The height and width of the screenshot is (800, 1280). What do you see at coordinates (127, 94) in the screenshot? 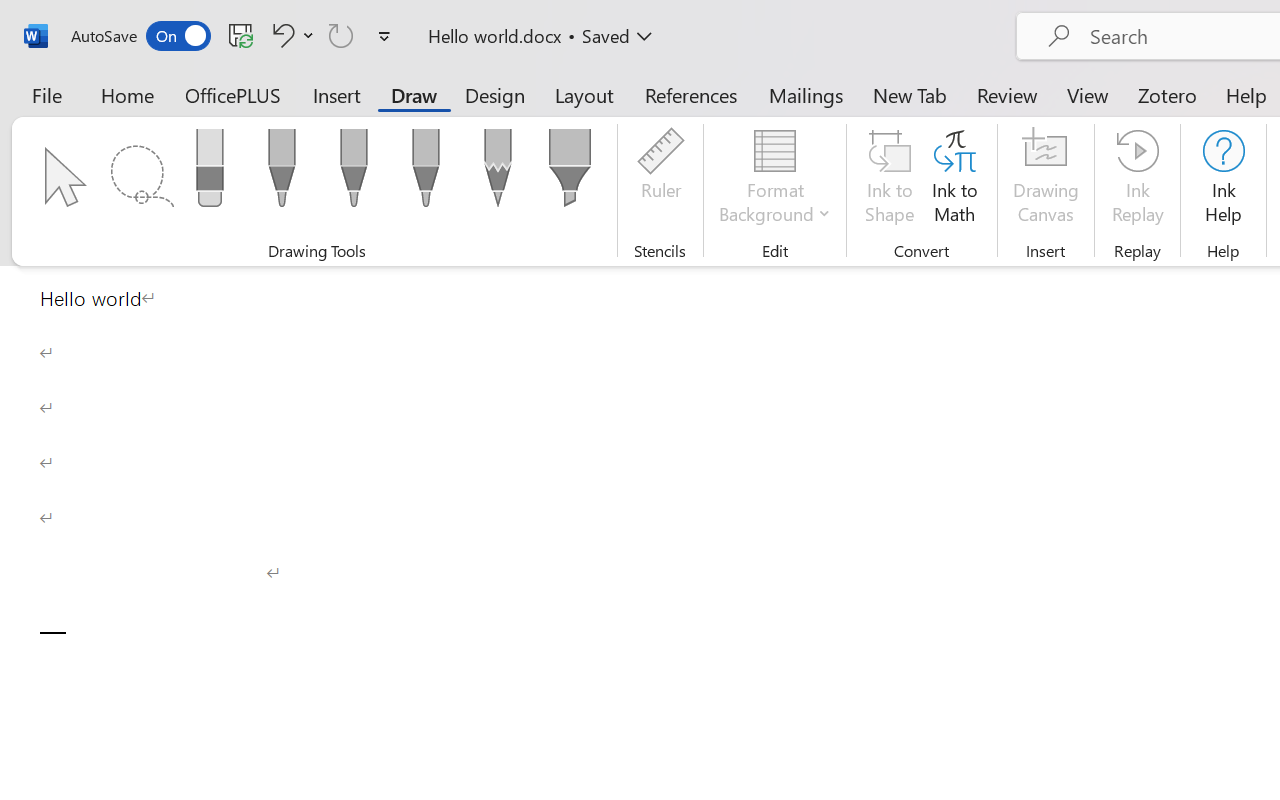
I see `'Home'` at bounding box center [127, 94].